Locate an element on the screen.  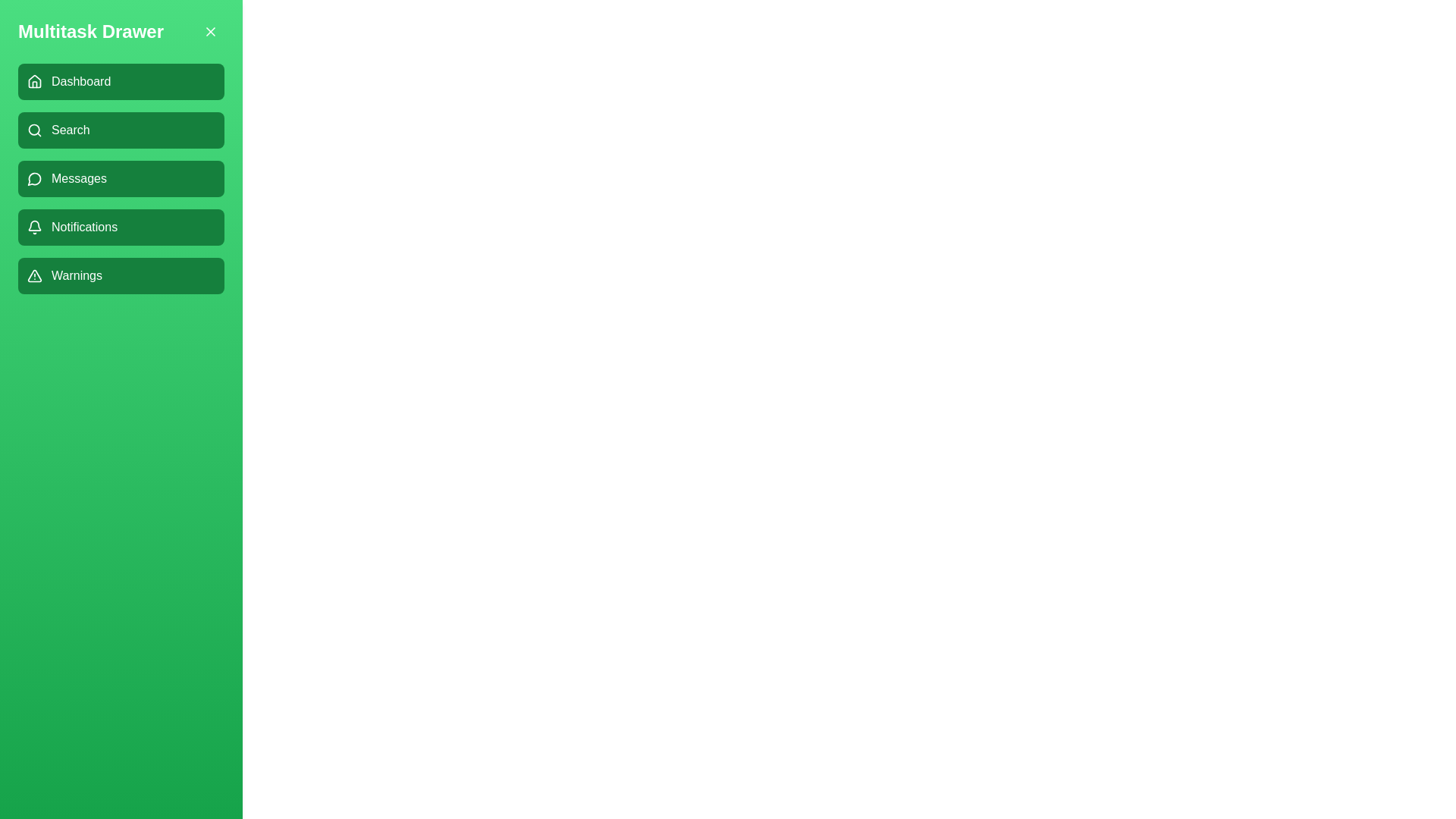
the 'Warnings' menu item to navigate to the 'Warnings' section is located at coordinates (120, 275).